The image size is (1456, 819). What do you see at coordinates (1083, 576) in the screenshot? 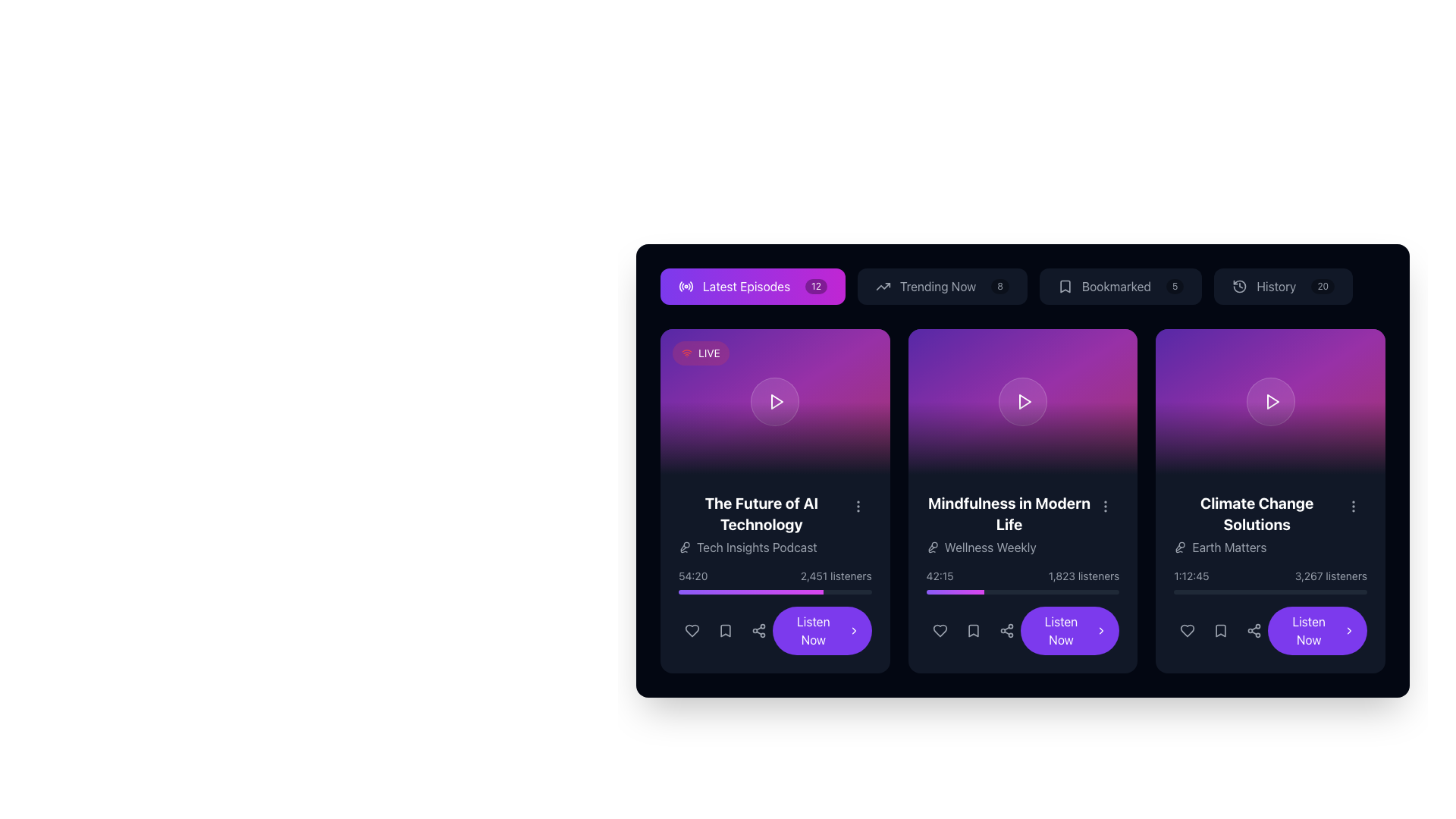
I see `the static text label displaying '1,823 listeners' located below the title 'Mindfulness in Modern Life' and above the 'Listen Now' button in the podcast card` at bounding box center [1083, 576].